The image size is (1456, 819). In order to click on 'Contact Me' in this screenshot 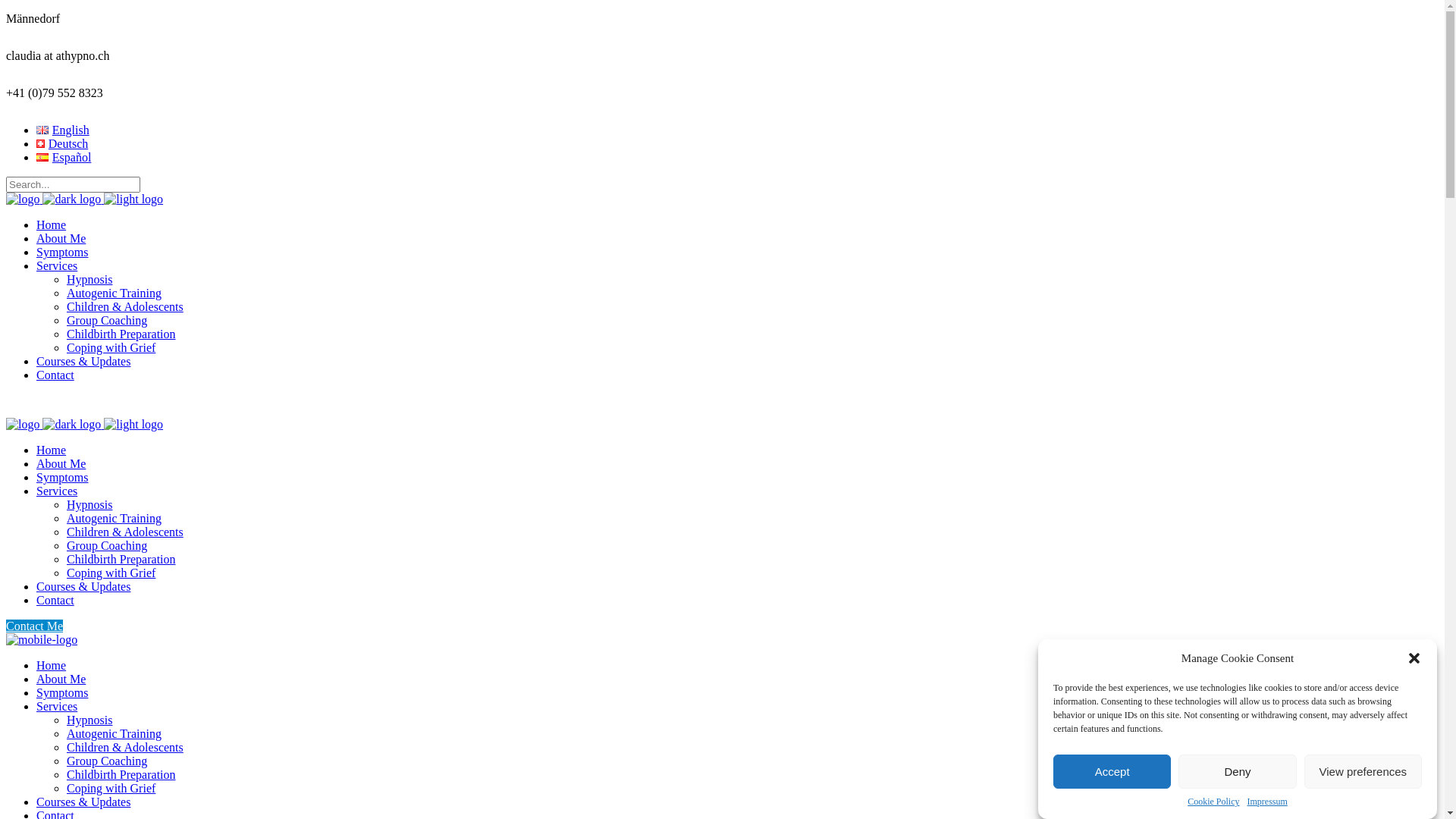, I will do `click(6, 626)`.